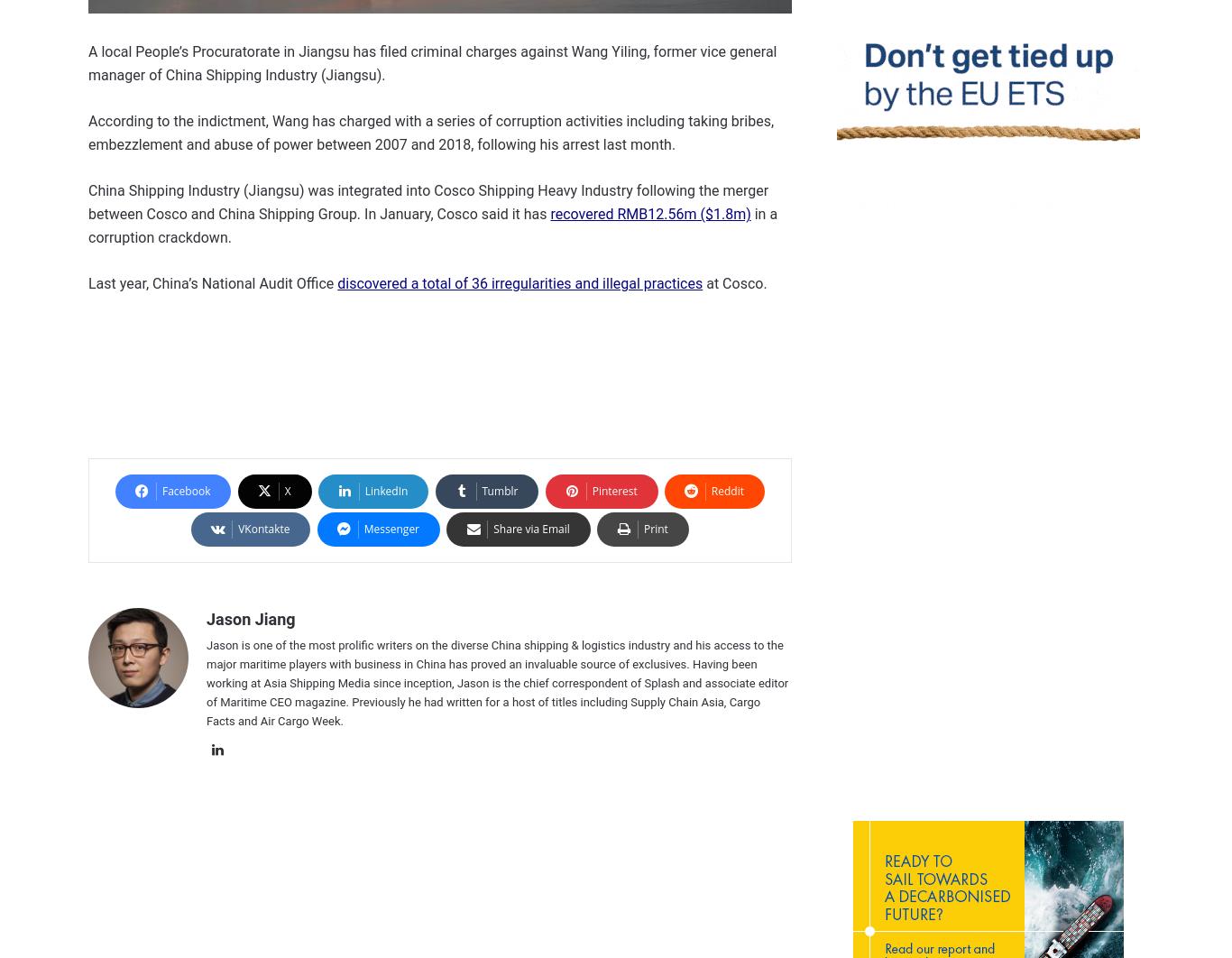 This screenshot has height=958, width=1232. What do you see at coordinates (87, 202) in the screenshot?
I see `'China Shipping Industry (Jiangsu) was integrated into Cosco Shipping Heavy Industry following the merger between Cosco and China Shipping Group. In January, Cosco said it has'` at bounding box center [87, 202].